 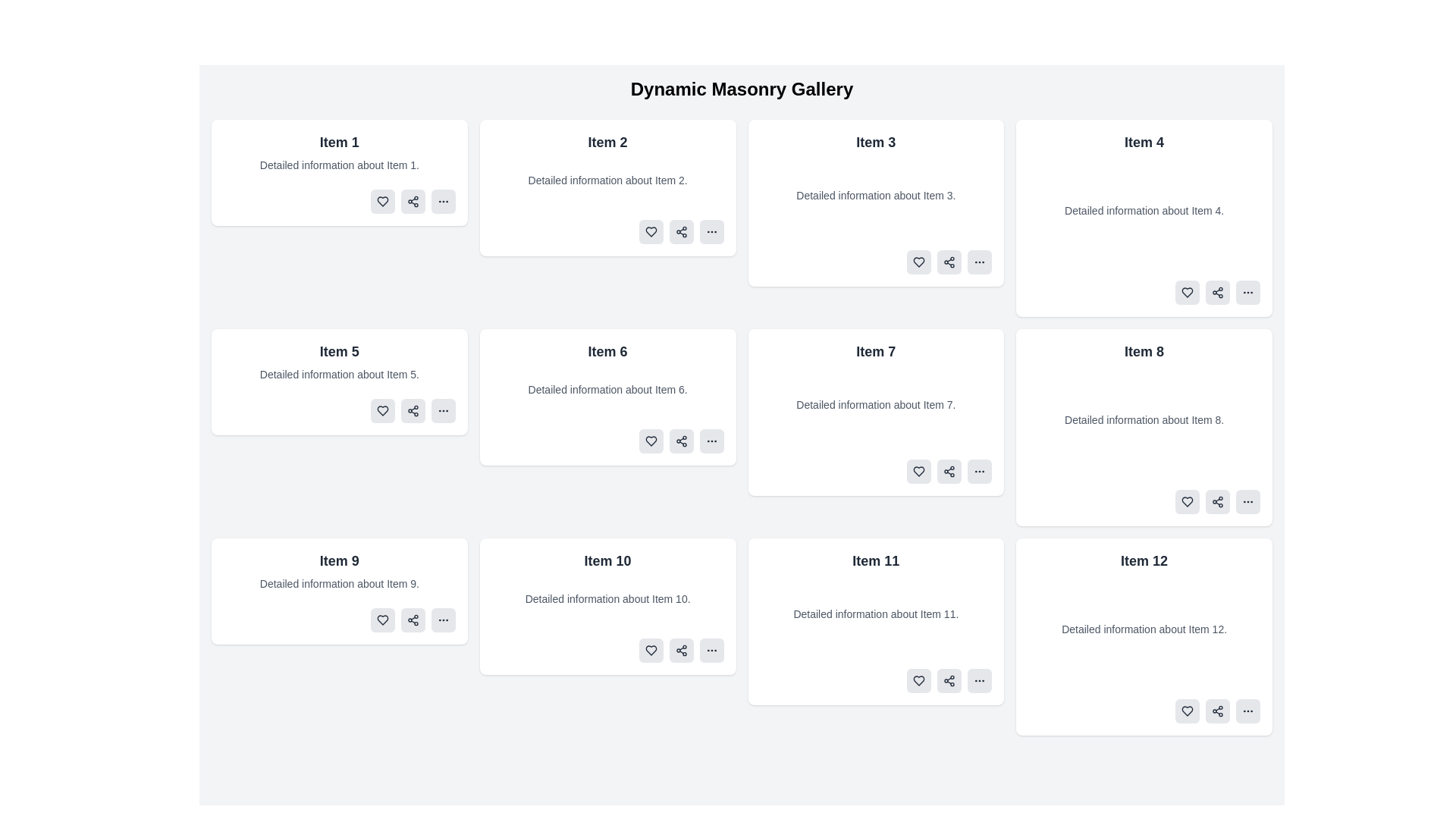 What do you see at coordinates (413, 620) in the screenshot?
I see `the Share icon located in the action section of the card labeled 'Item 9', positioned next to the heart icon and before the ellipsis icon` at bounding box center [413, 620].